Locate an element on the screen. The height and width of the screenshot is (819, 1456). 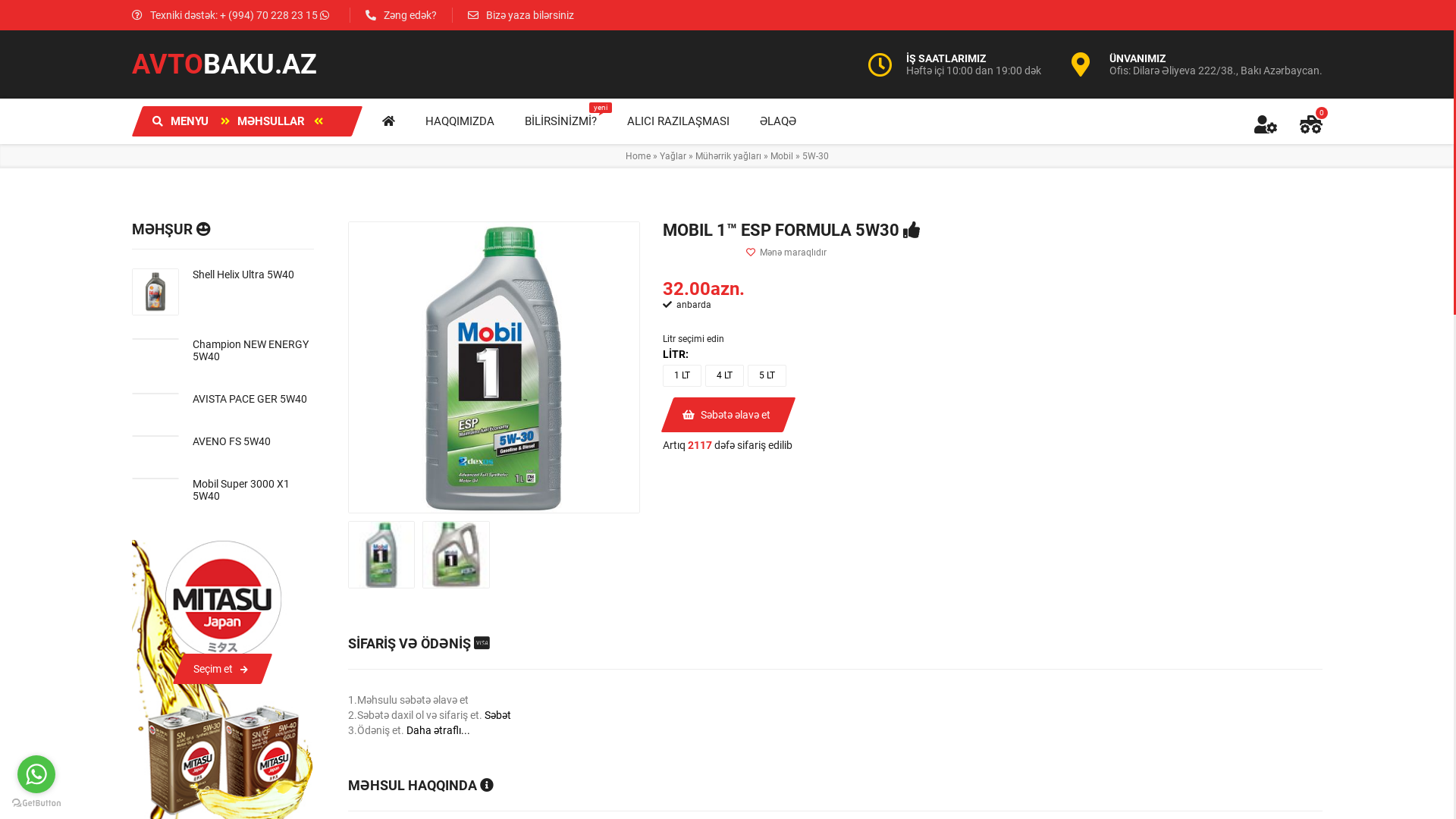
'Shell Helix Ultra 5W40' is located at coordinates (253, 275).